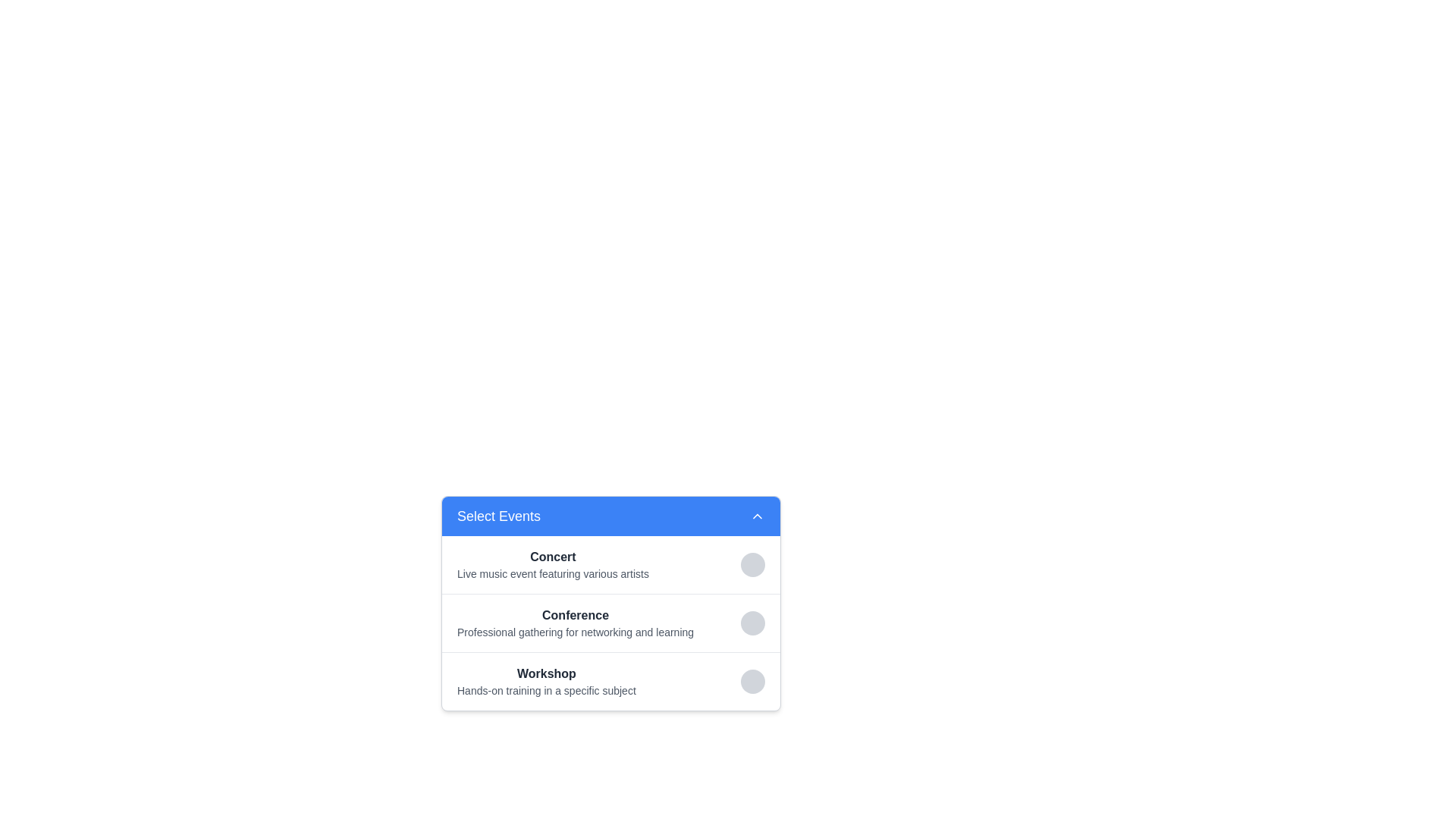 This screenshot has height=819, width=1456. Describe the element at coordinates (546, 673) in the screenshot. I see `the bold text label reading 'Workshop' located in the third section under 'Select Events', which is above the text 'Hands-on training in a specific subject'` at that location.